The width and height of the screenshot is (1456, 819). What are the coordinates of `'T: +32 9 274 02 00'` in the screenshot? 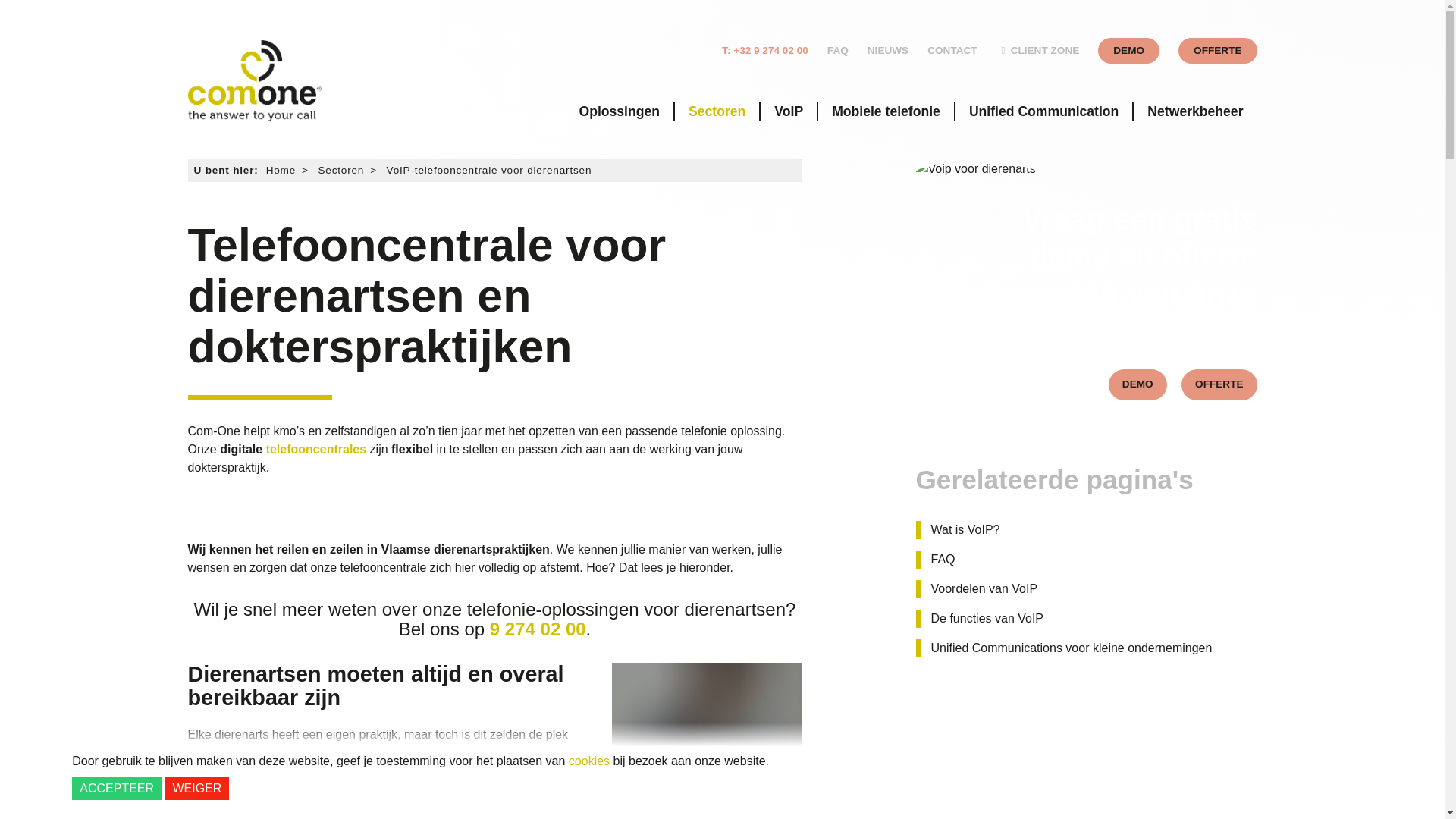 It's located at (720, 49).